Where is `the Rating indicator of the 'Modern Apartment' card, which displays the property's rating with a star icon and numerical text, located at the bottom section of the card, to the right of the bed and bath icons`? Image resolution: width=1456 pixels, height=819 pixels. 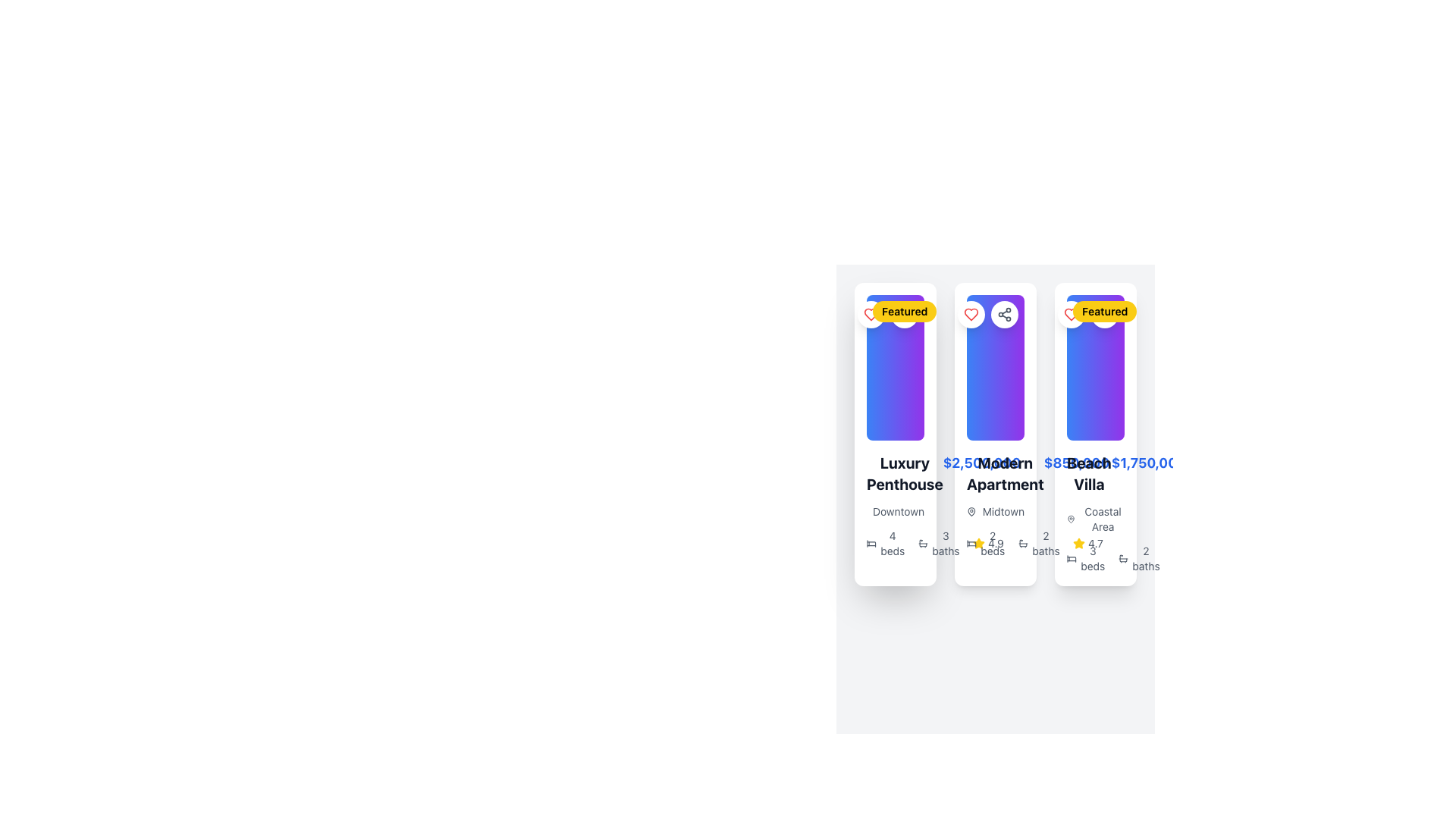
the Rating indicator of the 'Modern Apartment' card, which displays the property's rating with a star icon and numerical text, located at the bottom section of the card, to the right of the bed and bath icons is located at coordinates (988, 543).